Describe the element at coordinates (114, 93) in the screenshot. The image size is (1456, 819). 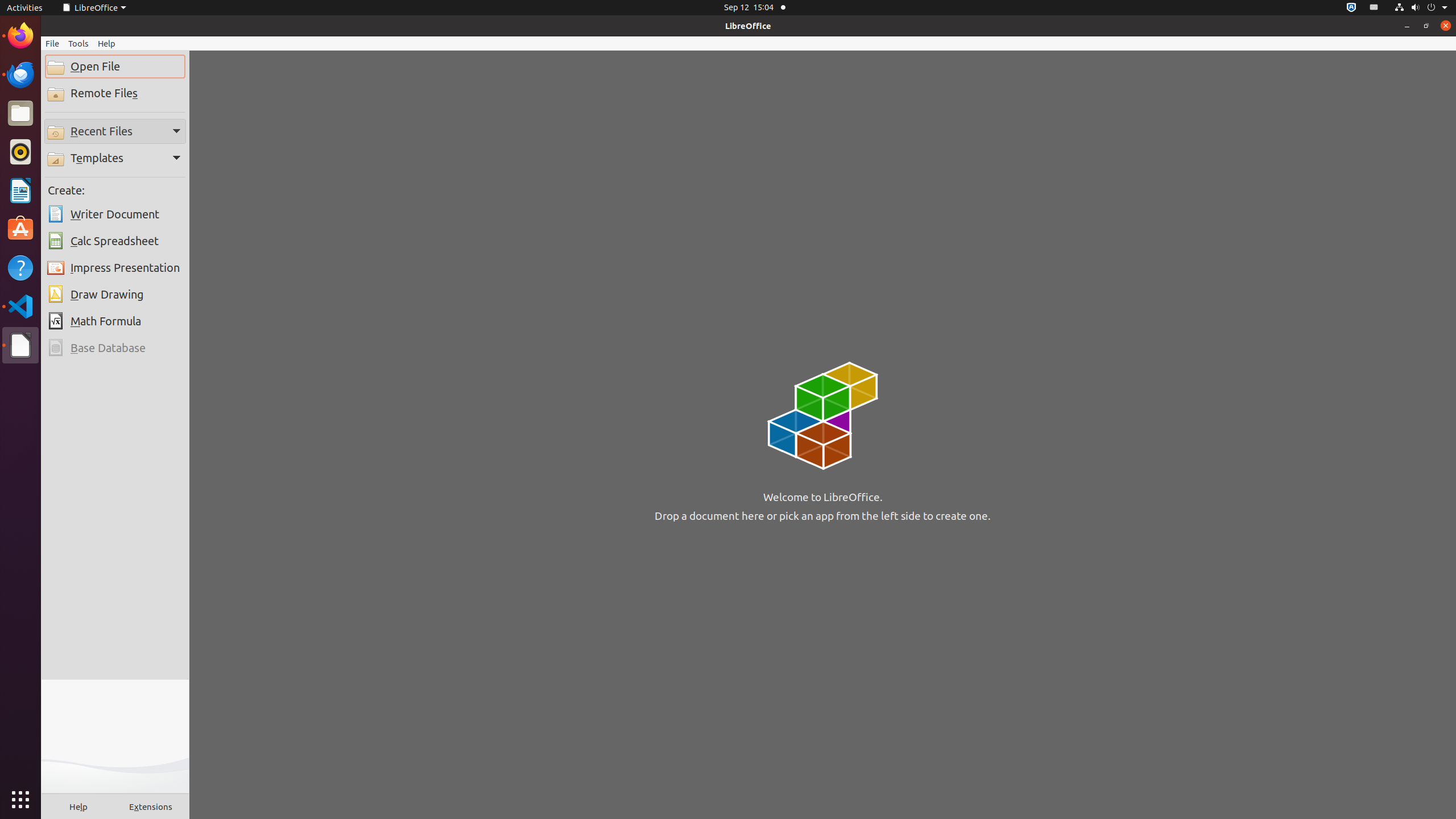
I see `'Remote Files'` at that location.